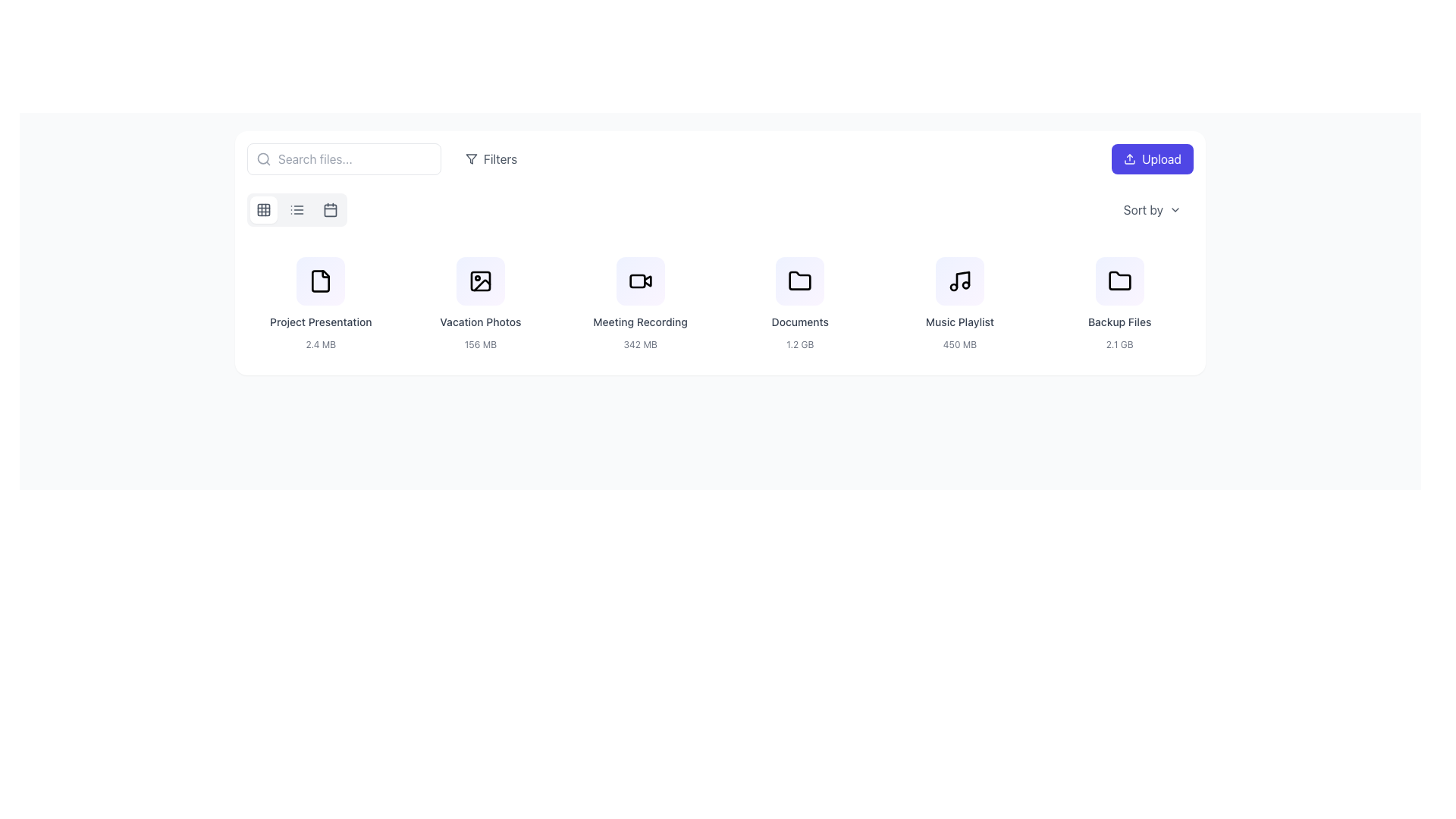 This screenshot has height=819, width=1456. Describe the element at coordinates (471, 158) in the screenshot. I see `the triangular-shaped funnel icon located in the header section next to the 'Filters' label` at that location.